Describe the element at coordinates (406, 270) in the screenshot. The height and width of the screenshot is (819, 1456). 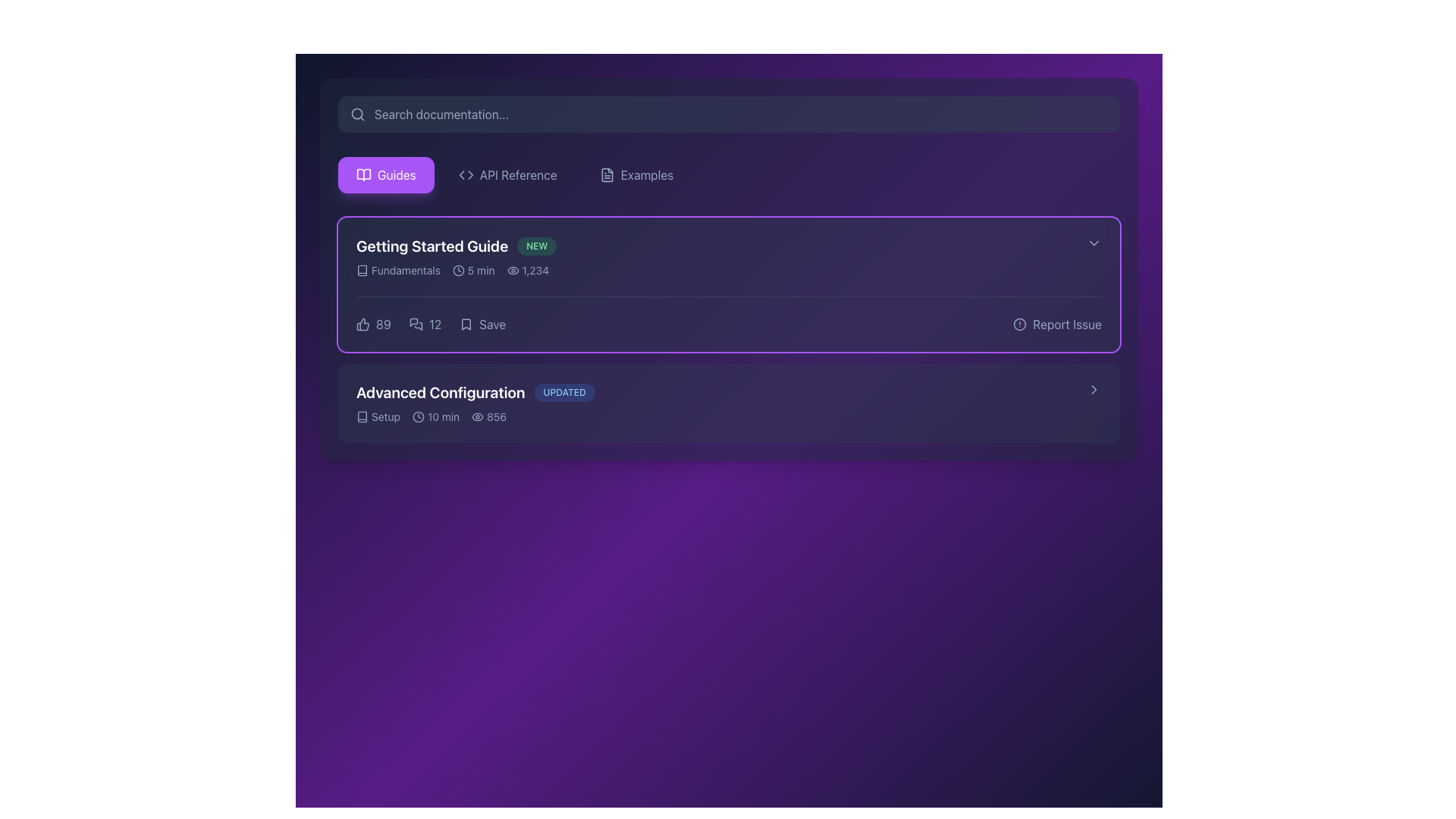
I see `text label indicating the category or section title within the 'Getting Started Guide' card, located at the top center of the card, slightly offset to the left` at that location.